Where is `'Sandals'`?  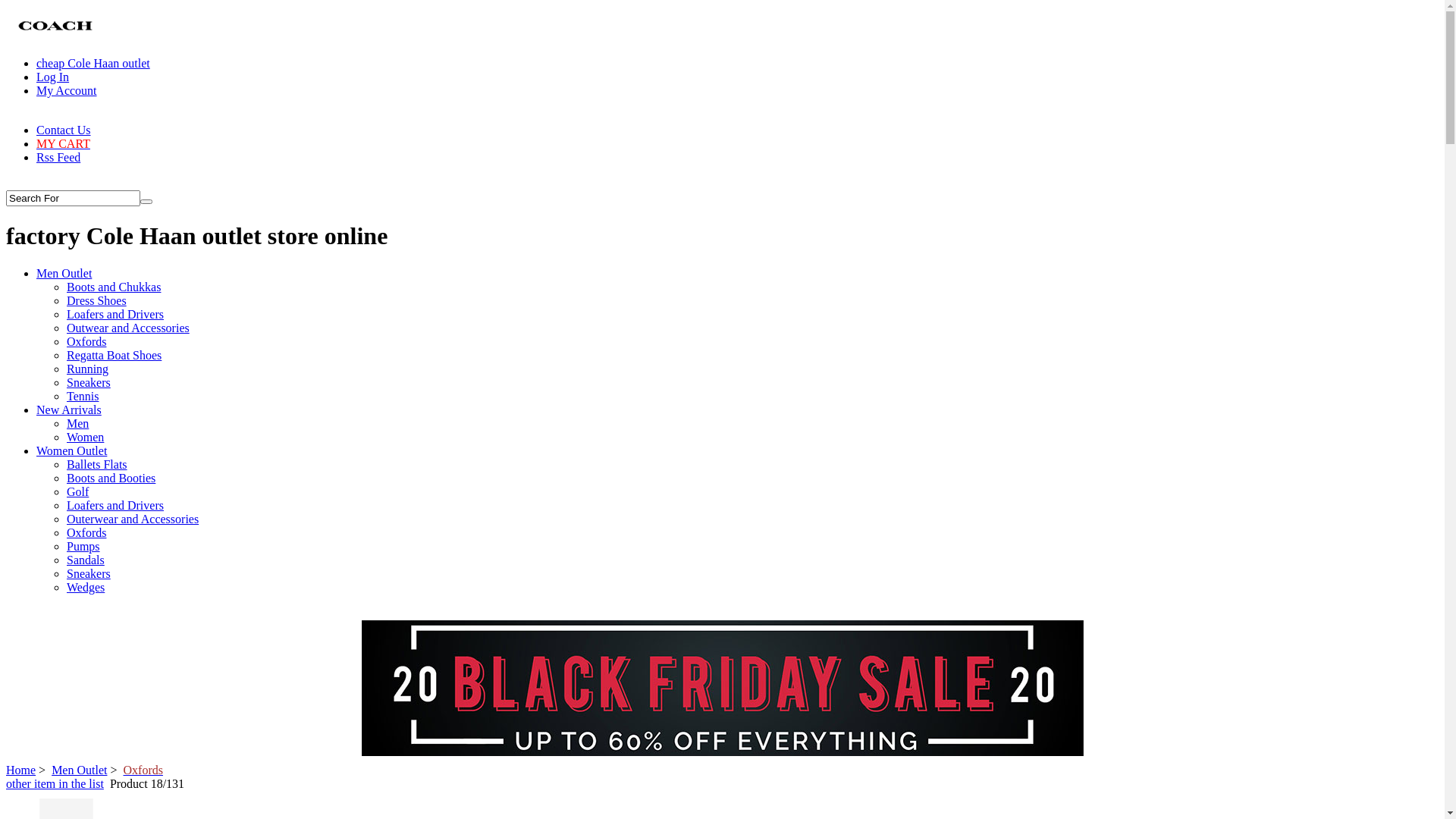 'Sandals' is located at coordinates (85, 560).